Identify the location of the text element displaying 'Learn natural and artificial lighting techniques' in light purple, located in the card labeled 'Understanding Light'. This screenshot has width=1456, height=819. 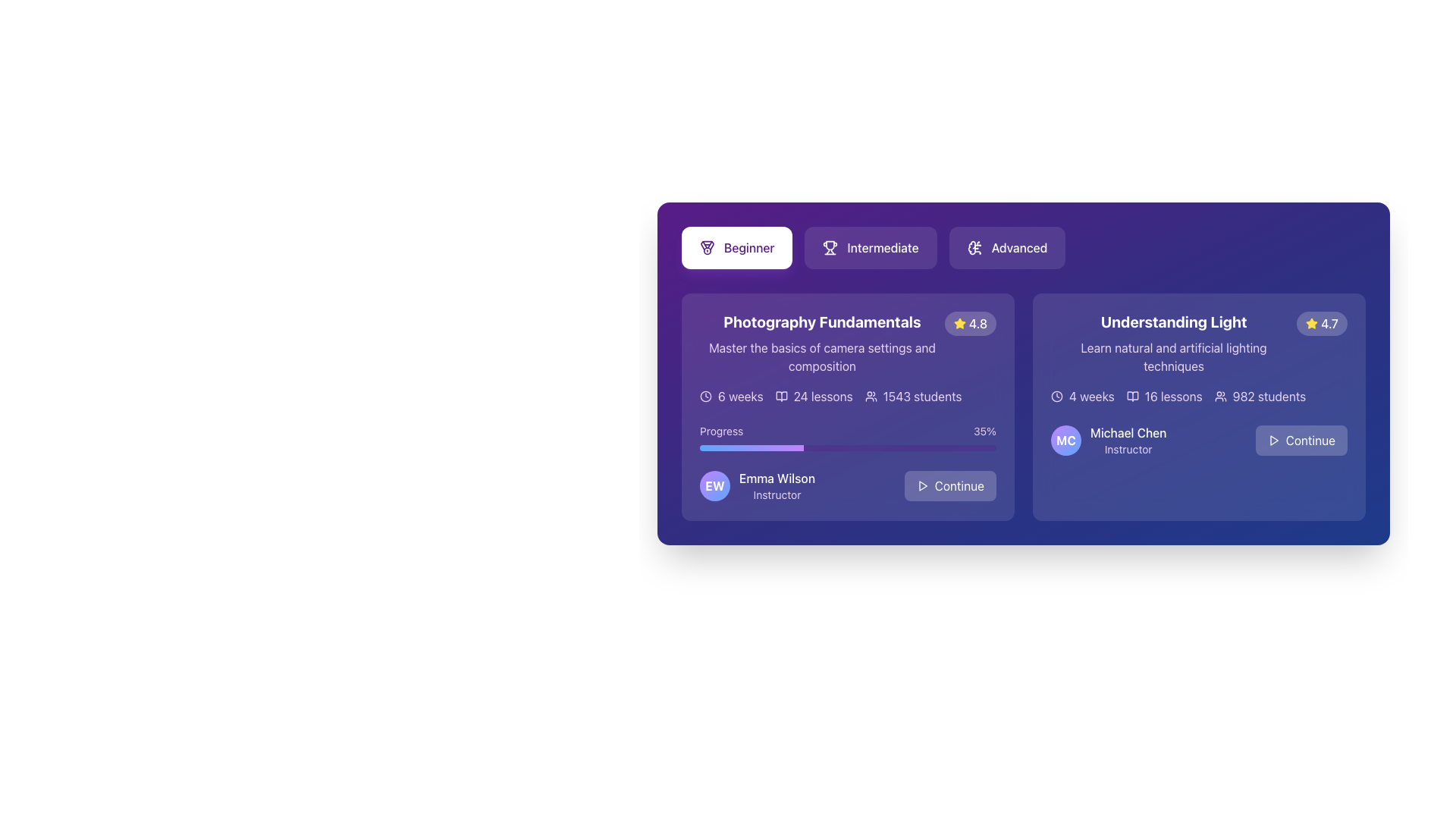
(1173, 356).